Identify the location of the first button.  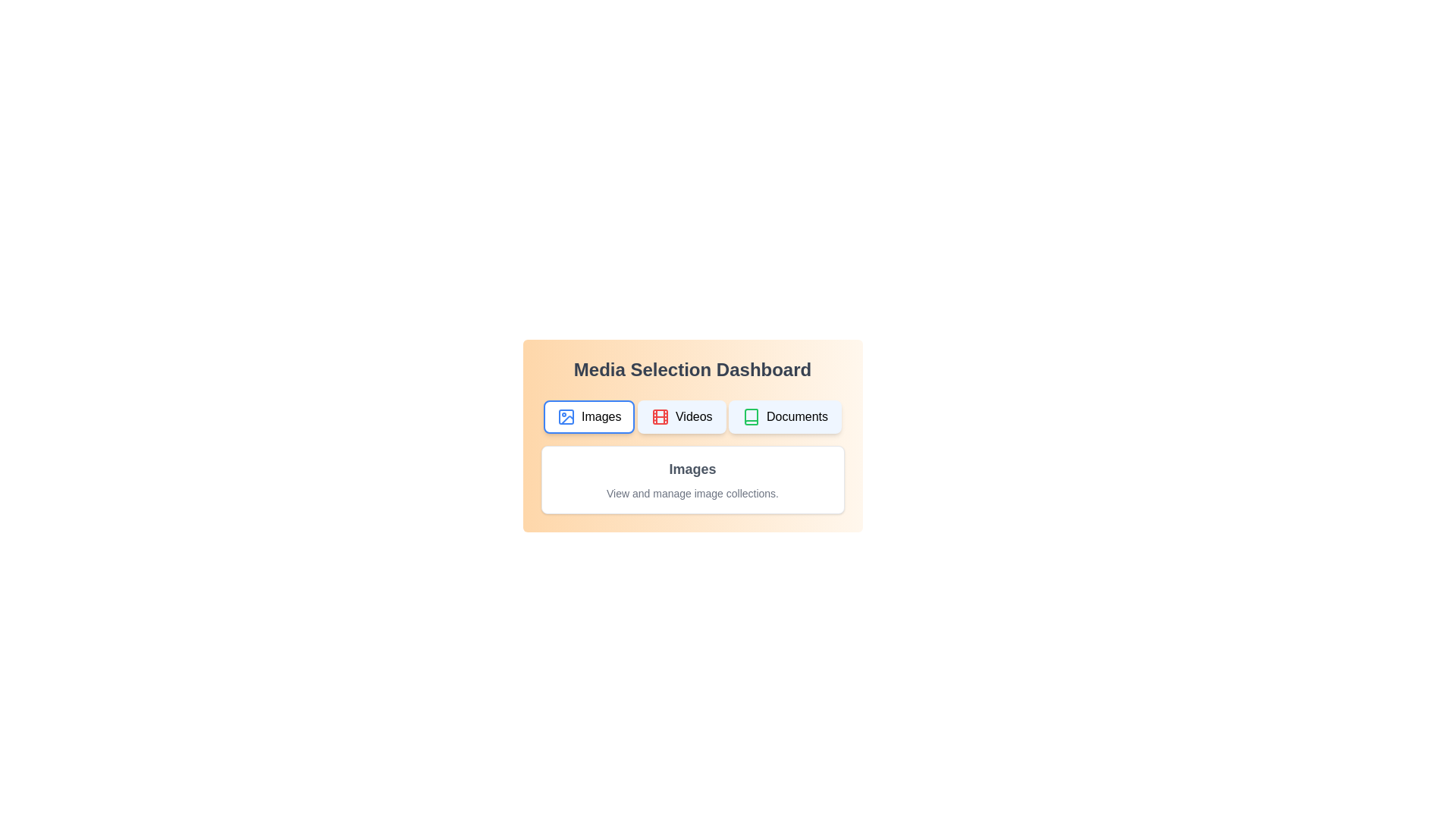
(588, 417).